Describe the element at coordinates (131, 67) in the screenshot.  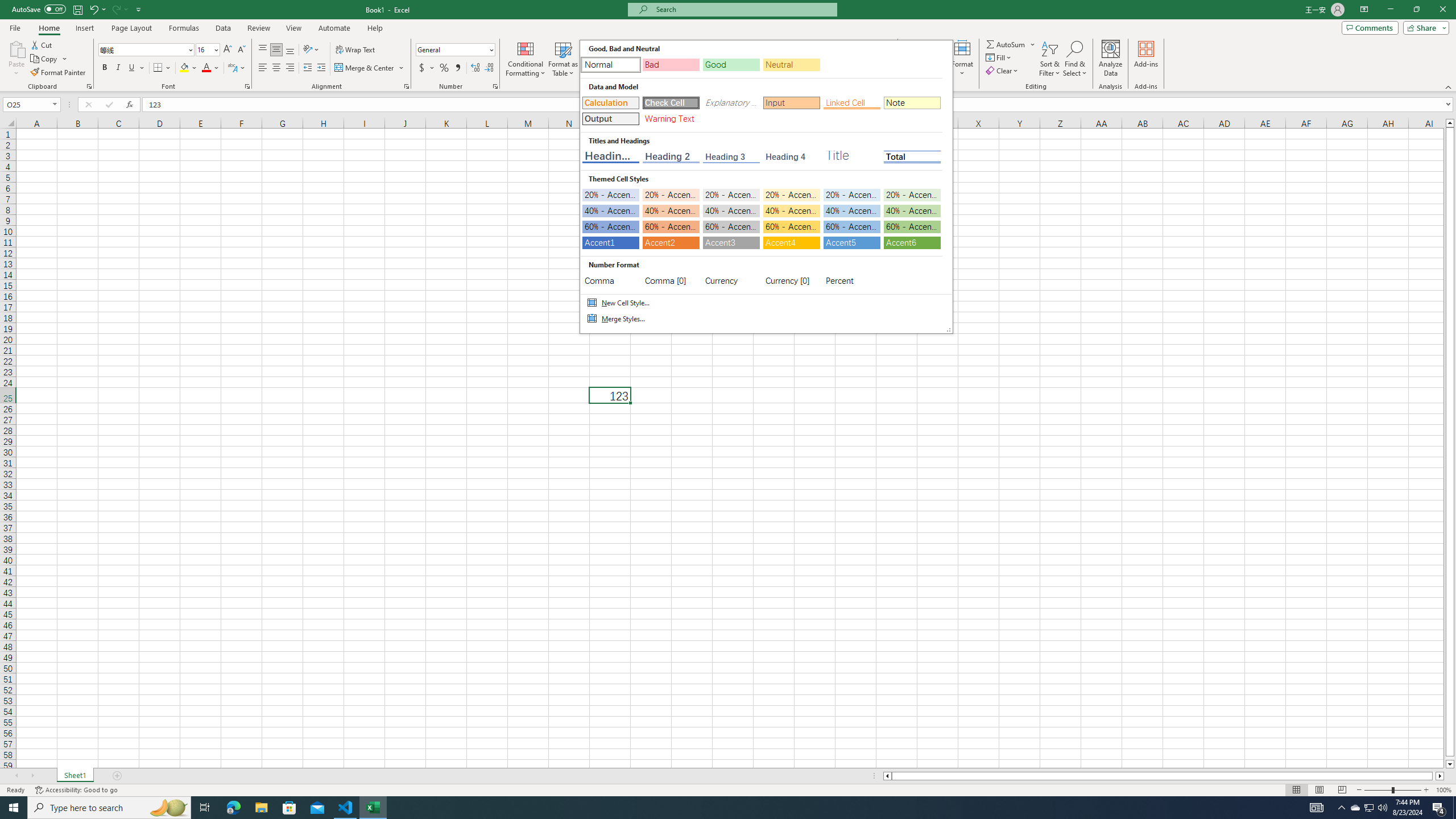
I see `'Underline'` at that location.